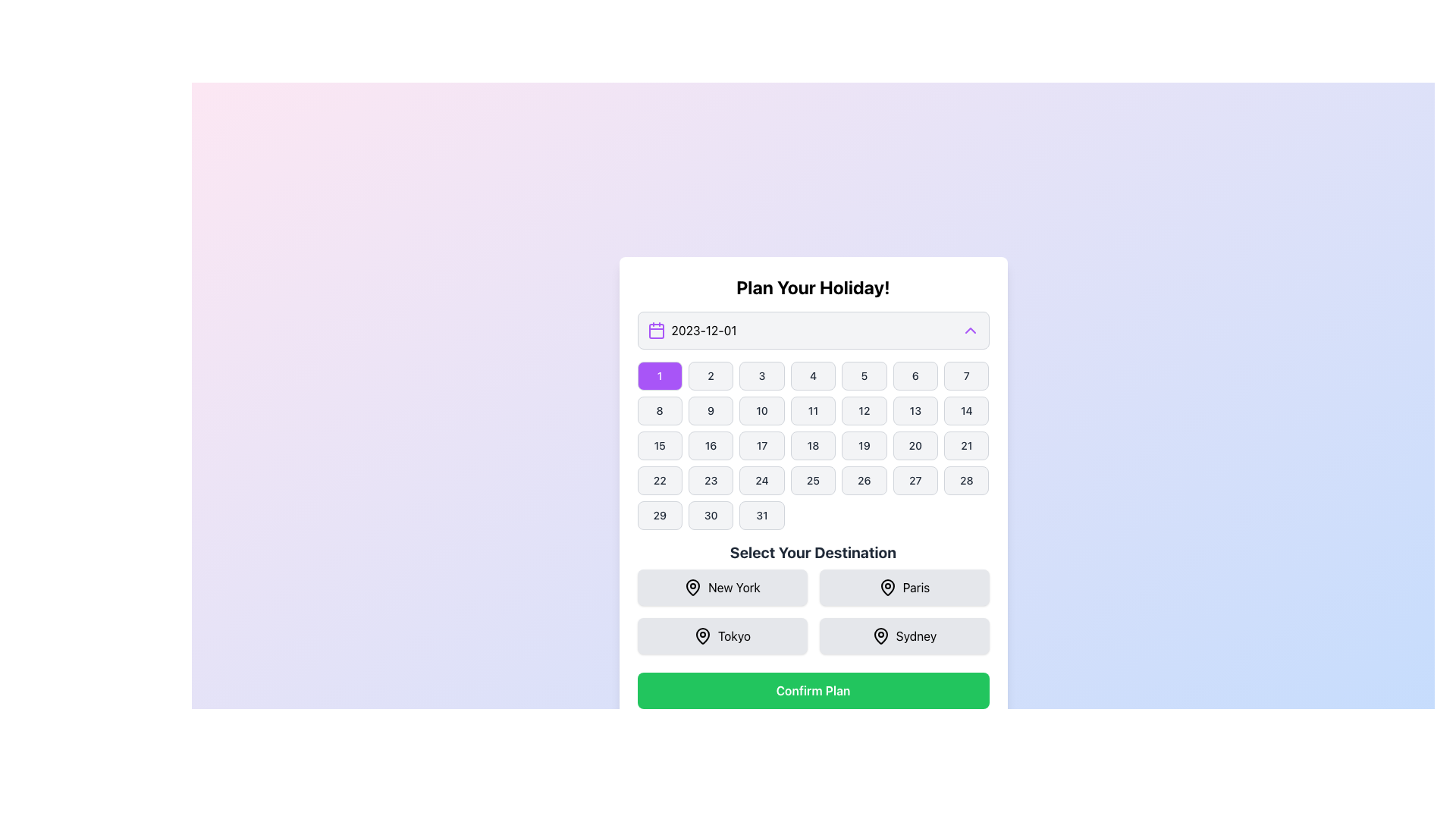 This screenshot has height=819, width=1456. Describe the element at coordinates (915, 444) in the screenshot. I see `the rectangular button with rounded corners displaying the text '20' in black on a light gray background` at that location.